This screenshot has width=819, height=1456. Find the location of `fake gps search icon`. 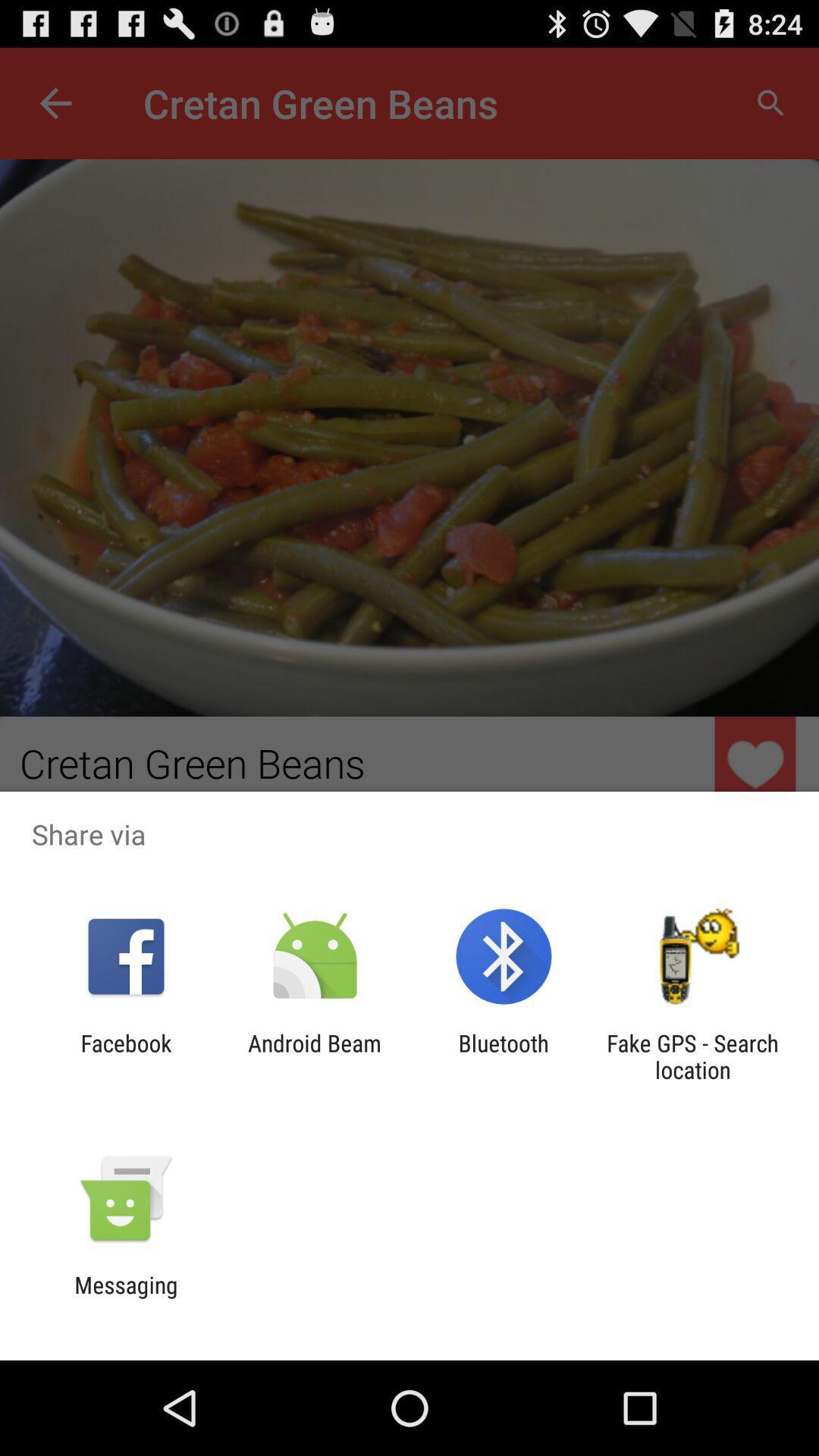

fake gps search icon is located at coordinates (692, 1056).